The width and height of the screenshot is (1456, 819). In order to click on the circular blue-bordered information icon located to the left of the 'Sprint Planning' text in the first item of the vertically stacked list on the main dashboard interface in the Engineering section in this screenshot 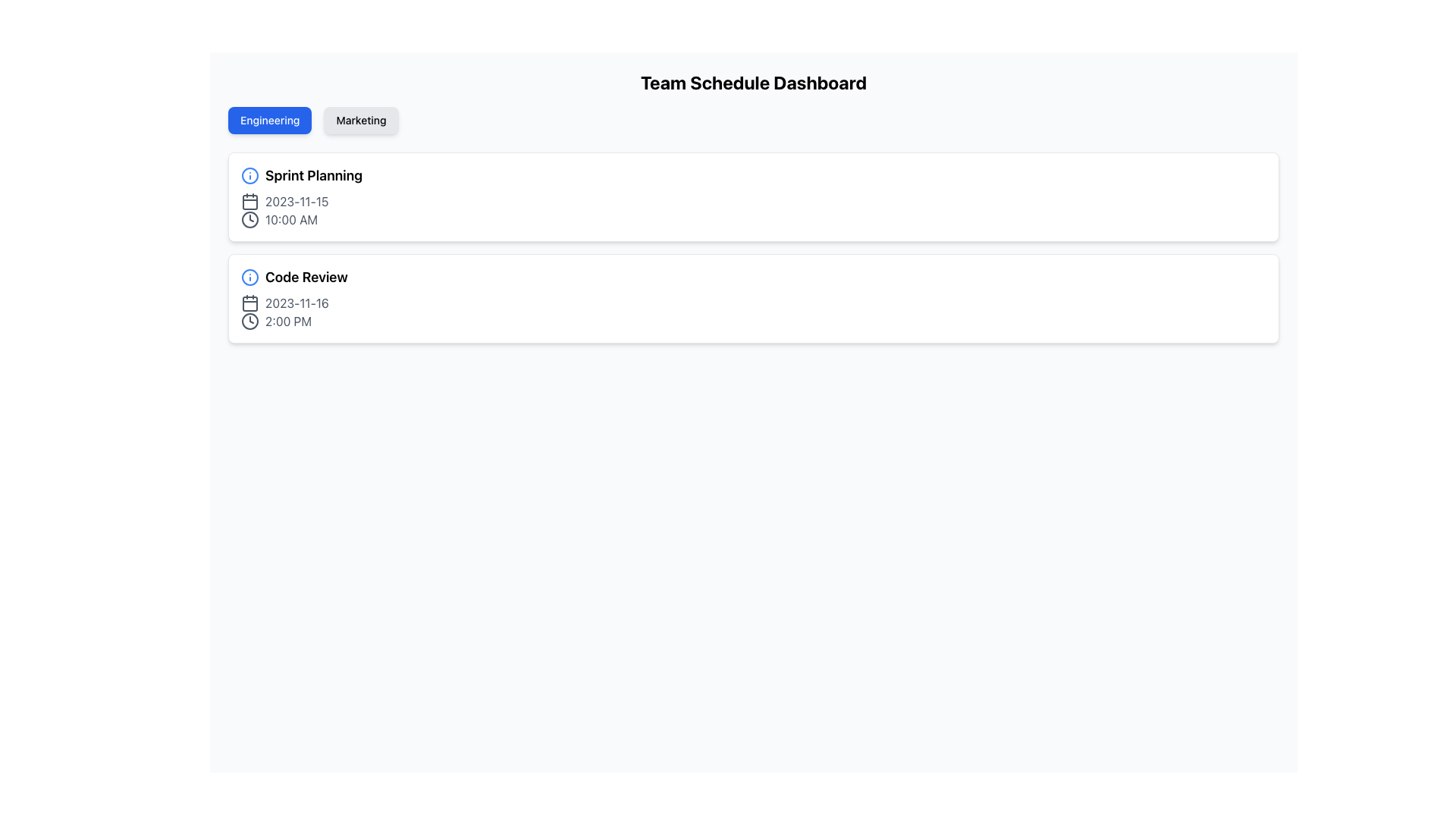, I will do `click(250, 174)`.